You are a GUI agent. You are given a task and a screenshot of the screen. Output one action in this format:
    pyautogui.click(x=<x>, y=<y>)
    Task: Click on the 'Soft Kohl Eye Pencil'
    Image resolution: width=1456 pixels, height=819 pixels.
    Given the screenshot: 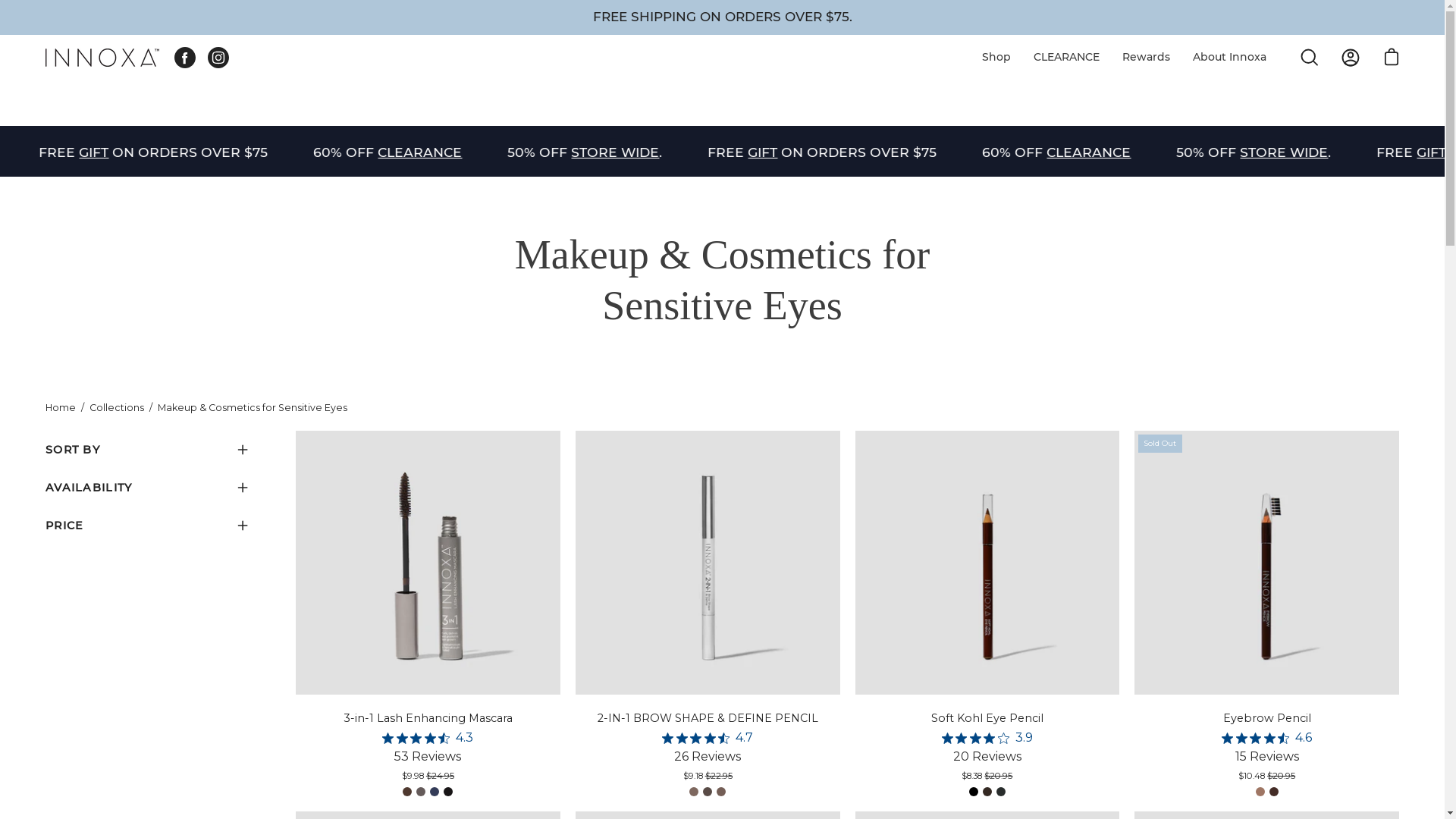 What is the action you would take?
    pyautogui.click(x=987, y=717)
    